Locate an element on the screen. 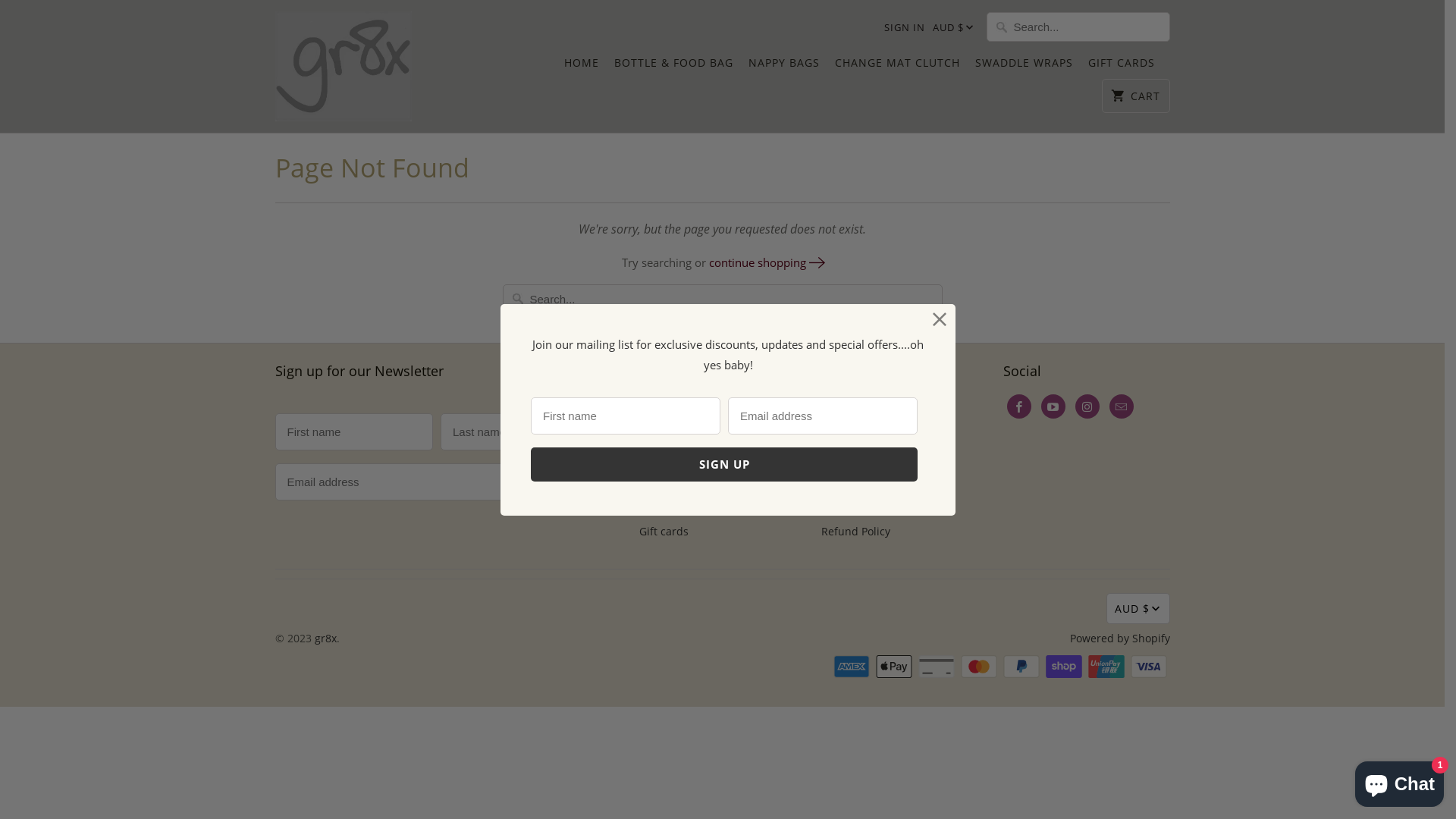 Image resolution: width=1456 pixels, height=819 pixels. 'AUD $' is located at coordinates (949, 28).